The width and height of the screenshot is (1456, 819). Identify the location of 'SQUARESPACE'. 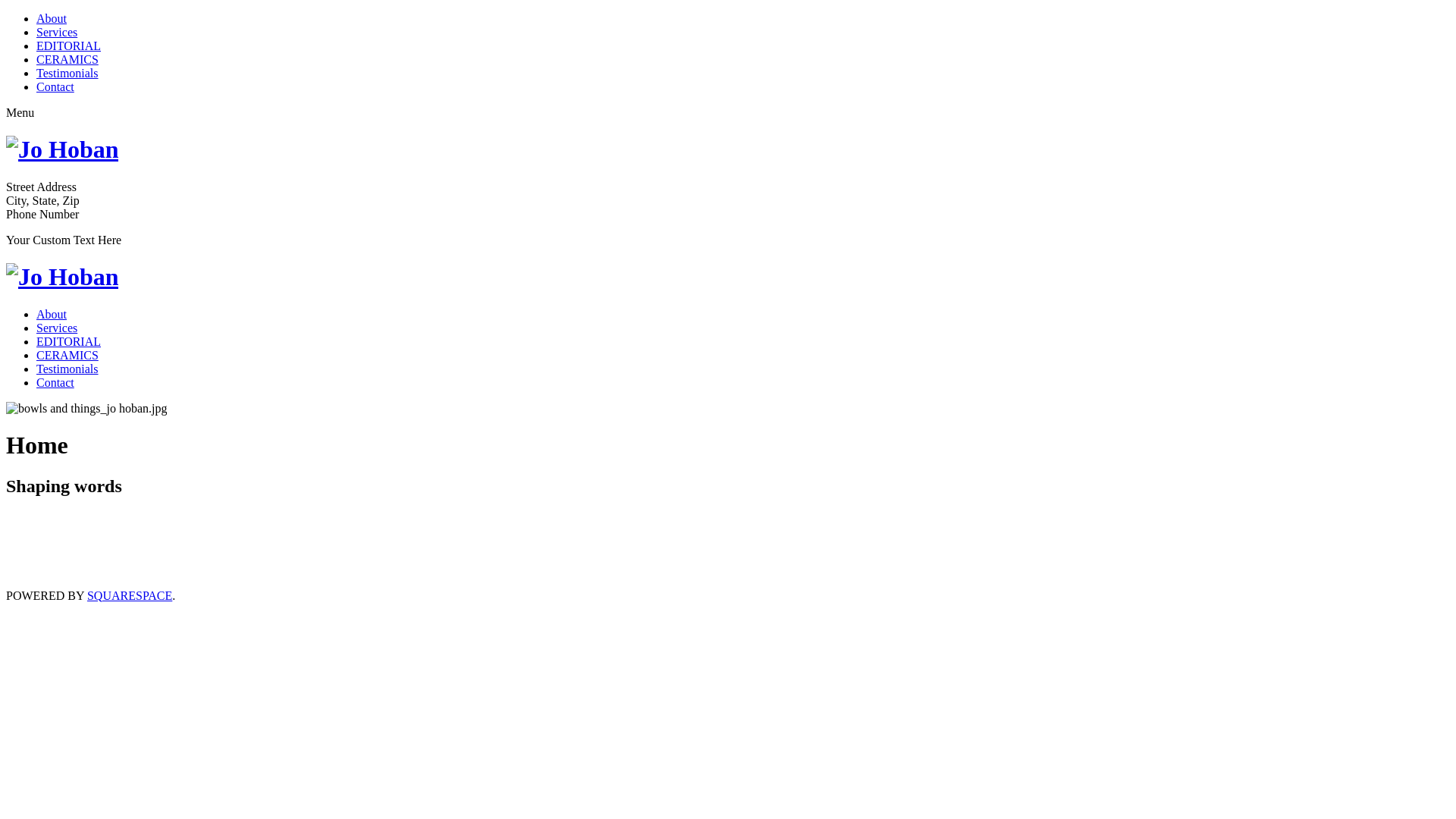
(130, 595).